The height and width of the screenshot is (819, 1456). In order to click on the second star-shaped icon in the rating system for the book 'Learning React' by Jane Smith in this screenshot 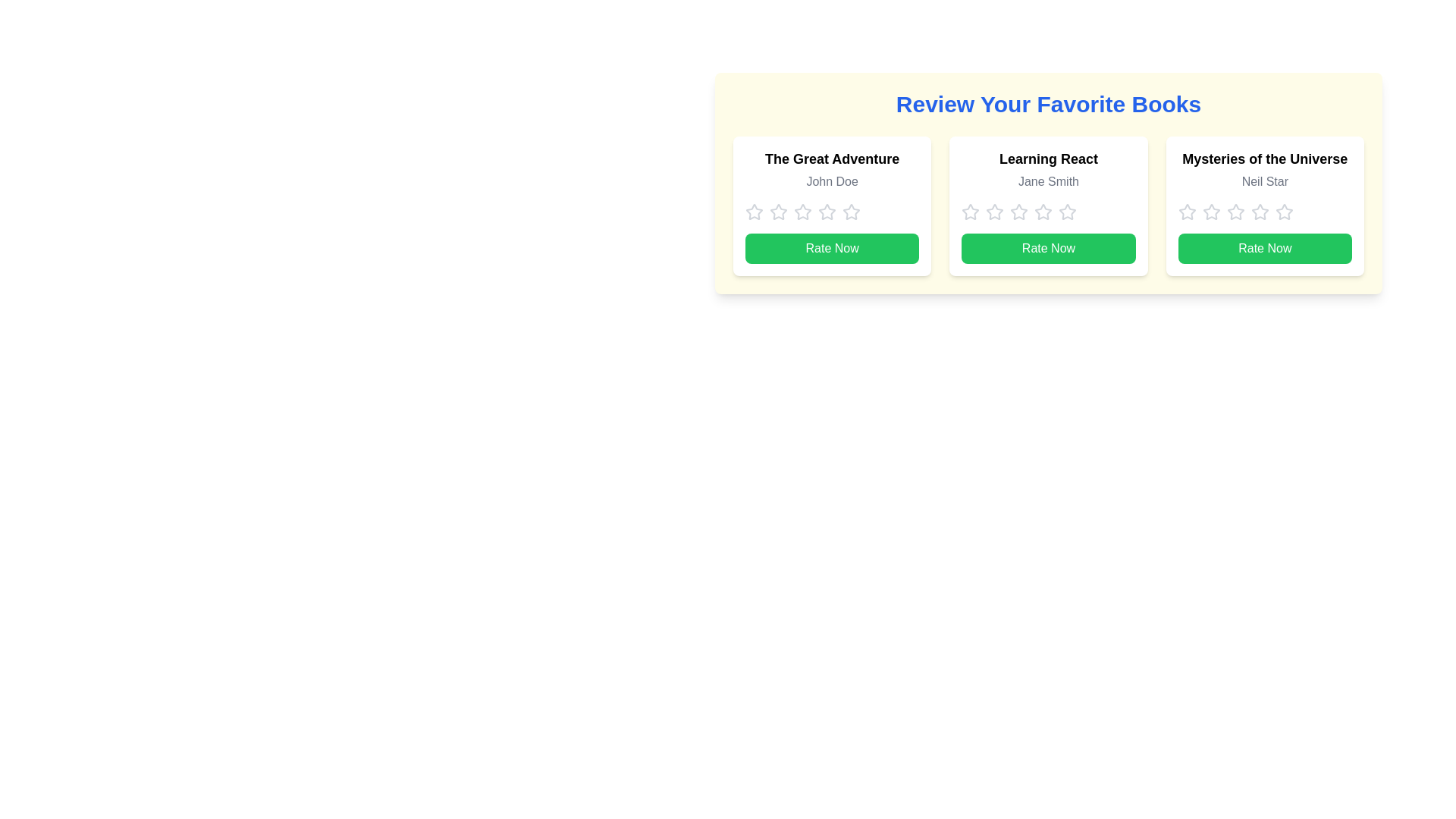, I will do `click(1043, 211)`.